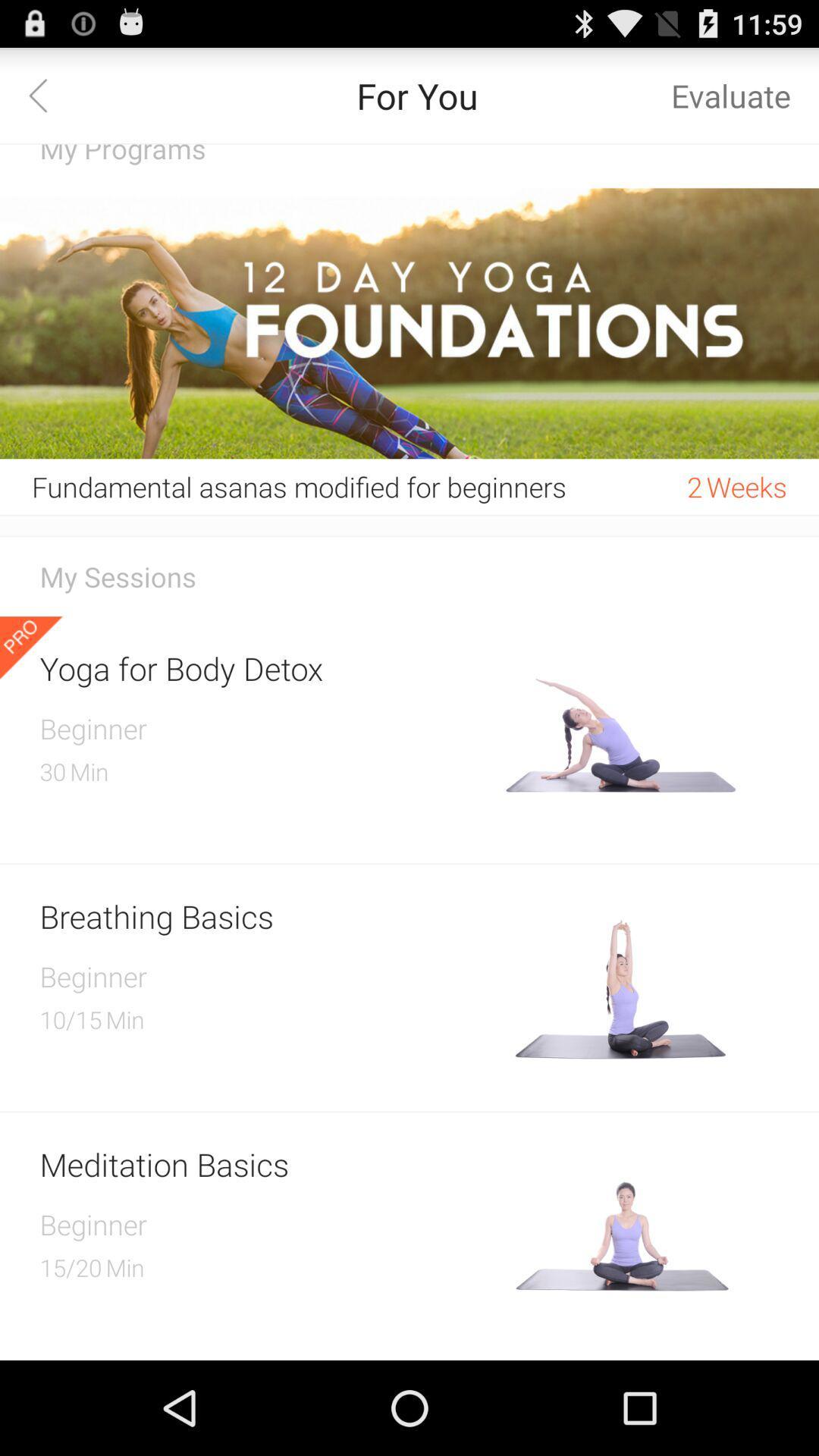 The height and width of the screenshot is (1456, 819). What do you see at coordinates (409, 322) in the screenshot?
I see `the icon above fundamental asanas modified` at bounding box center [409, 322].